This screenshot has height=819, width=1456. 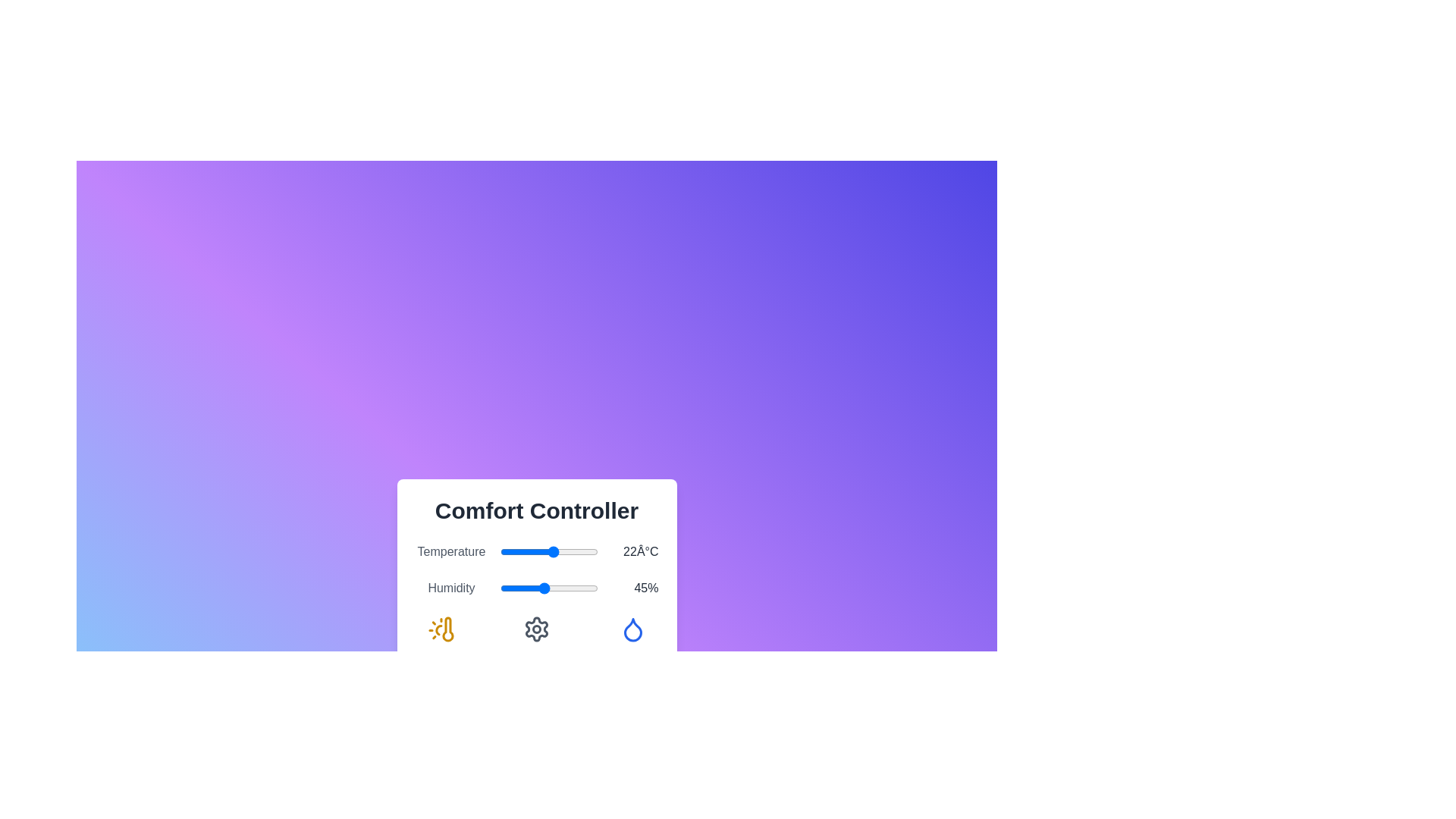 I want to click on the gear icon to open the settings, so click(x=537, y=629).